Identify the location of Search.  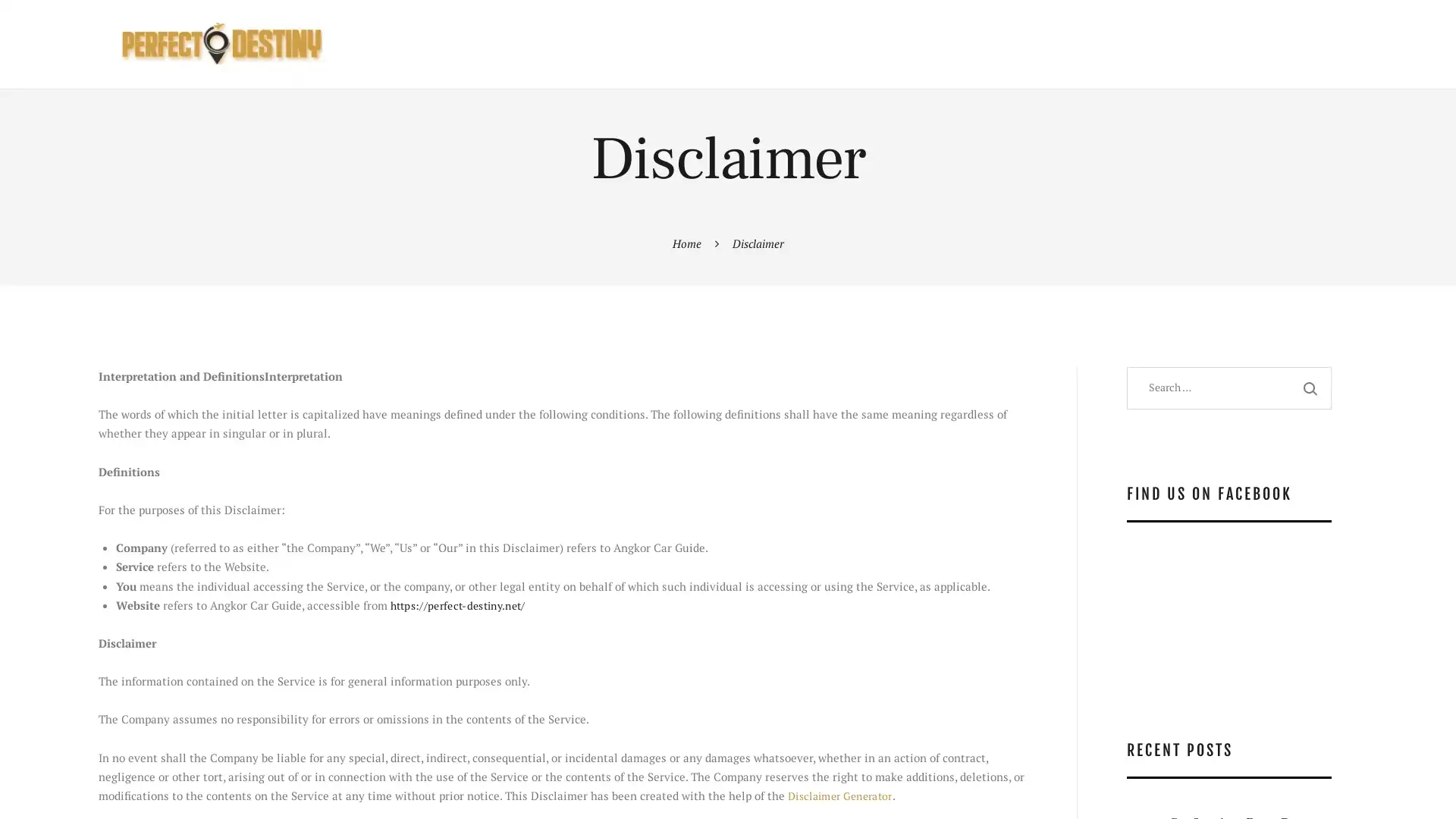
(1310, 390).